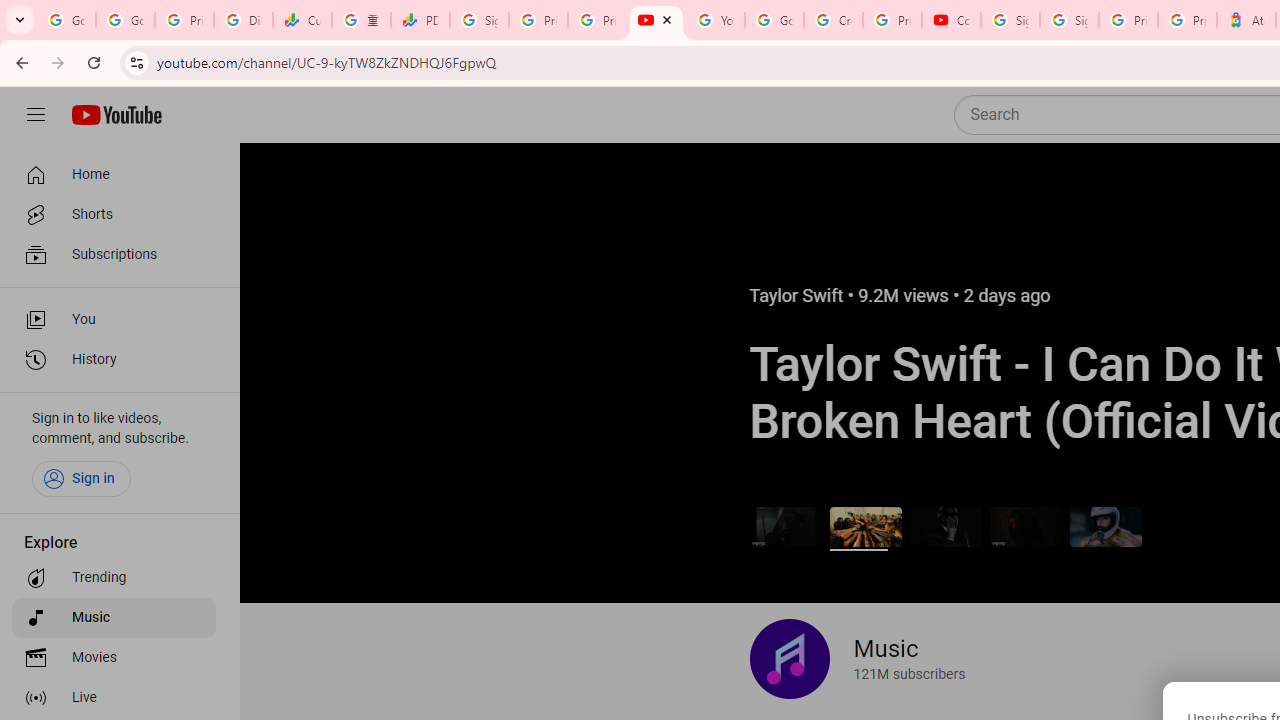 The height and width of the screenshot is (720, 1280). I want to click on 'Subscriptions', so click(112, 253).